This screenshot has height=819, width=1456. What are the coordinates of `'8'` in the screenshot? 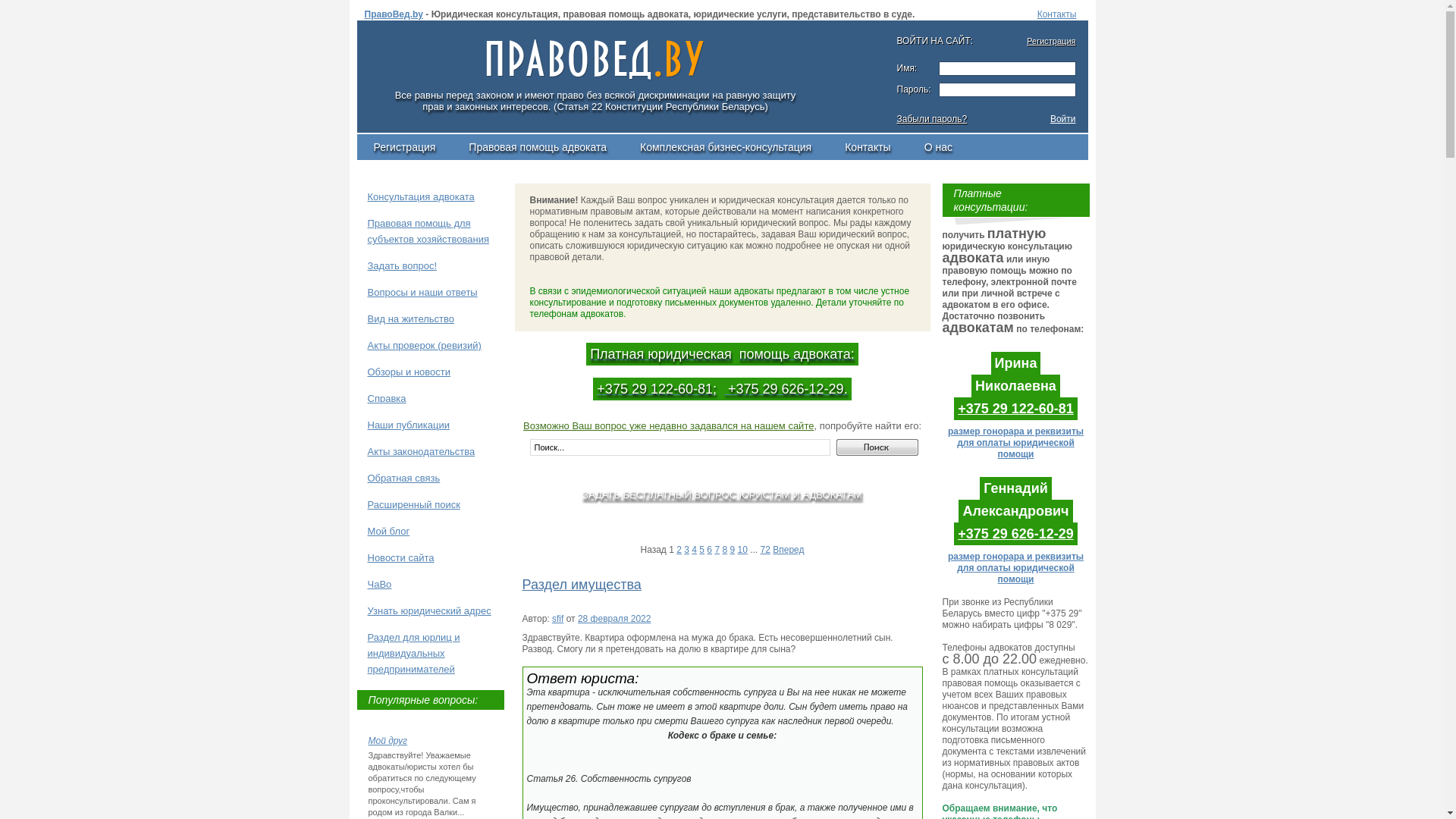 It's located at (723, 550).